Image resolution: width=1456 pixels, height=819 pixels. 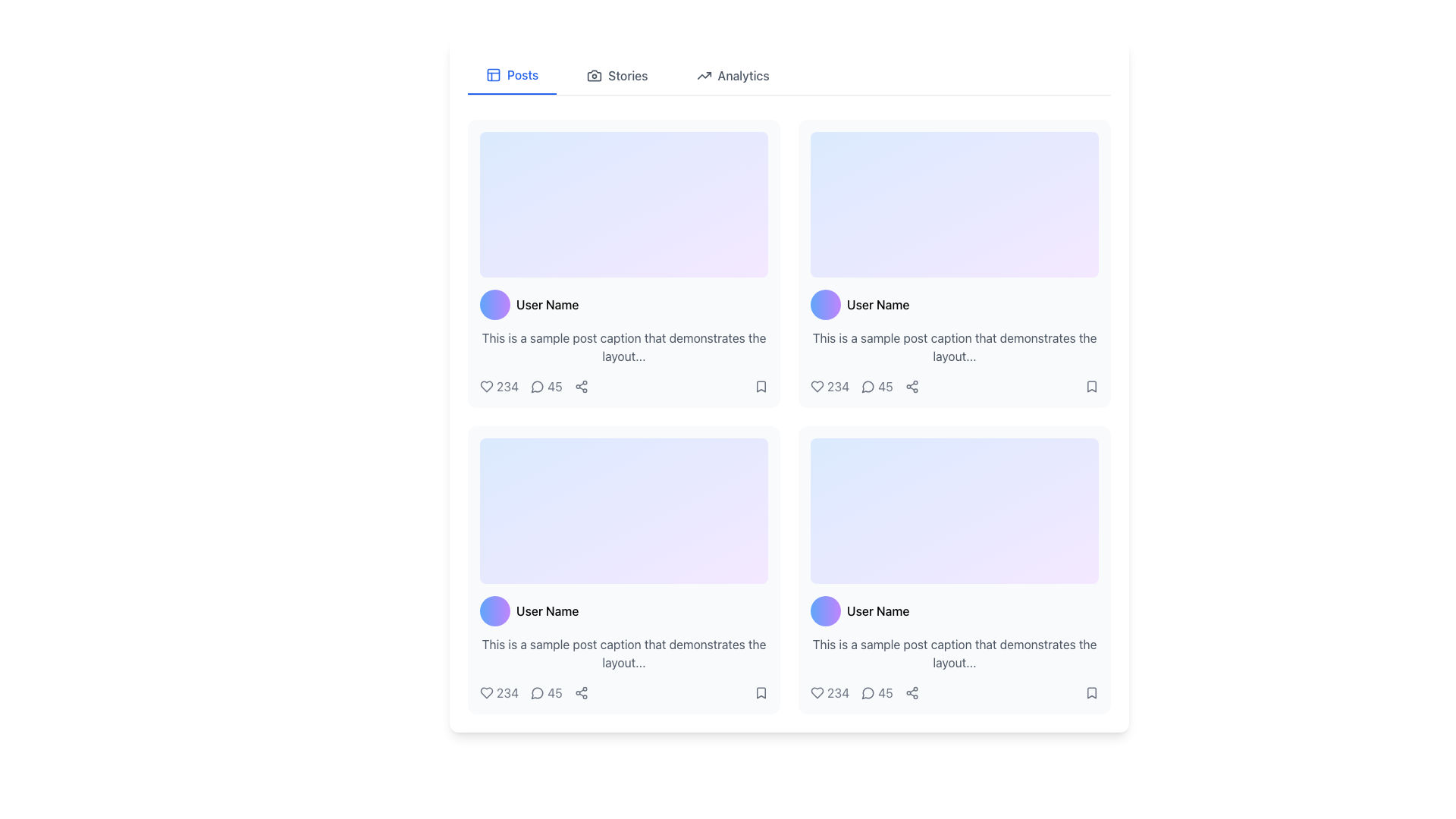 I want to click on the Decorative Icon, a square icon with a subtle border that features a grid-like panel division, located to the left of the 'Posts' label in the navigation bar, so click(x=494, y=75).